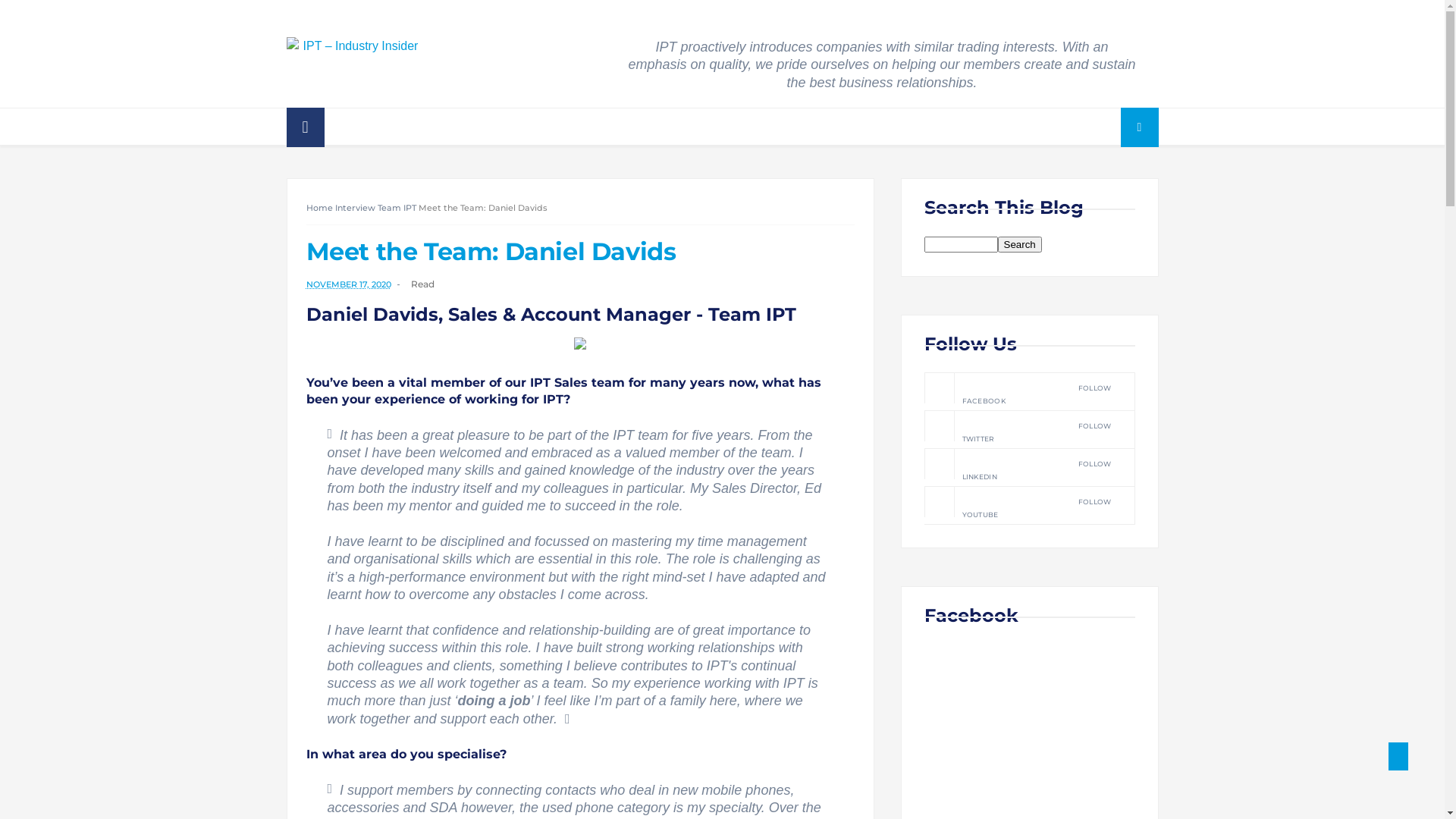 This screenshot has height=819, width=1456. Describe the element at coordinates (1397, 756) in the screenshot. I see `'Back to Top'` at that location.